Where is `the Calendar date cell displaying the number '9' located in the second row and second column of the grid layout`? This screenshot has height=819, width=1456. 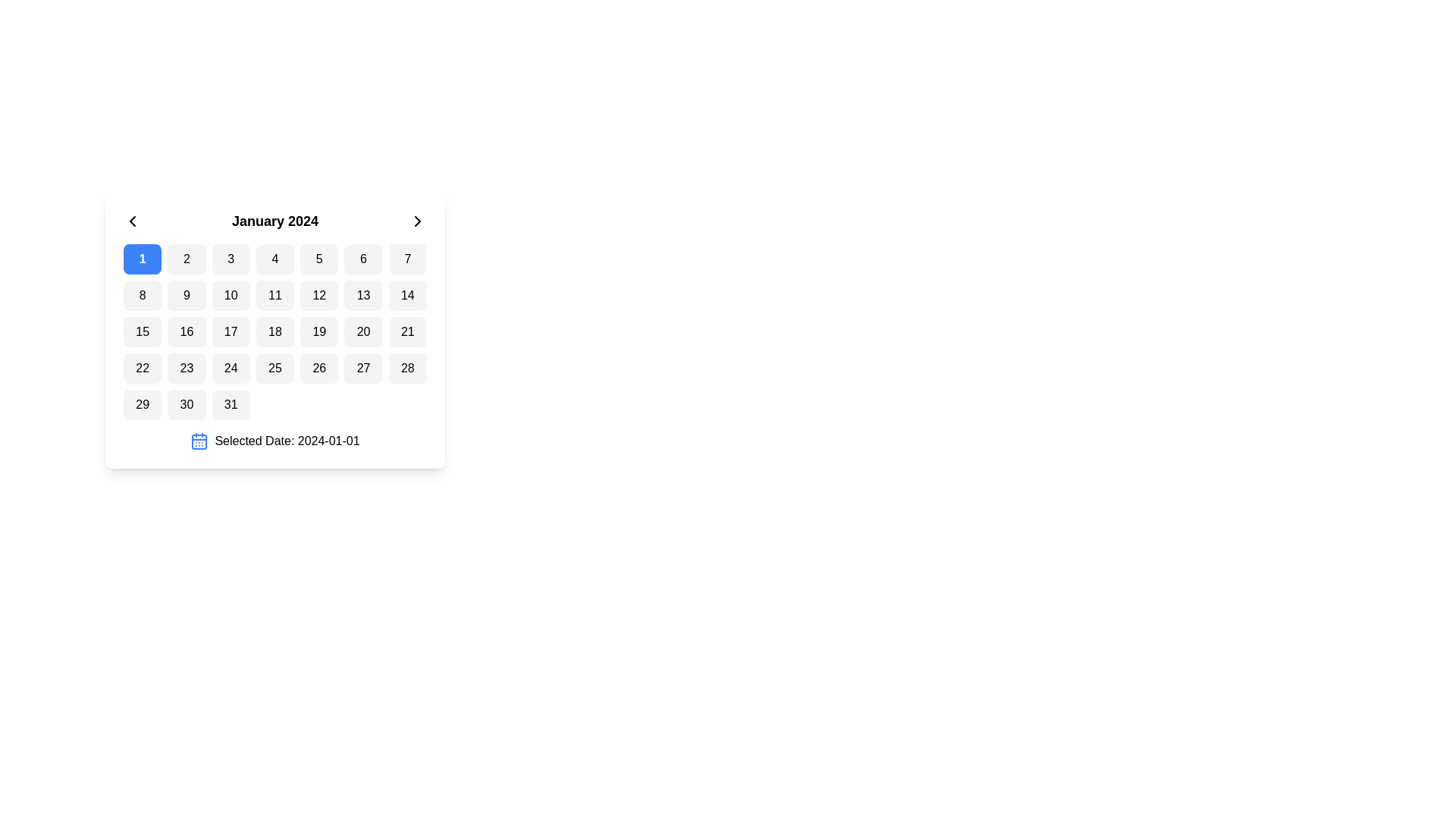
the Calendar date cell displaying the number '9' located in the second row and second column of the grid layout is located at coordinates (186, 295).